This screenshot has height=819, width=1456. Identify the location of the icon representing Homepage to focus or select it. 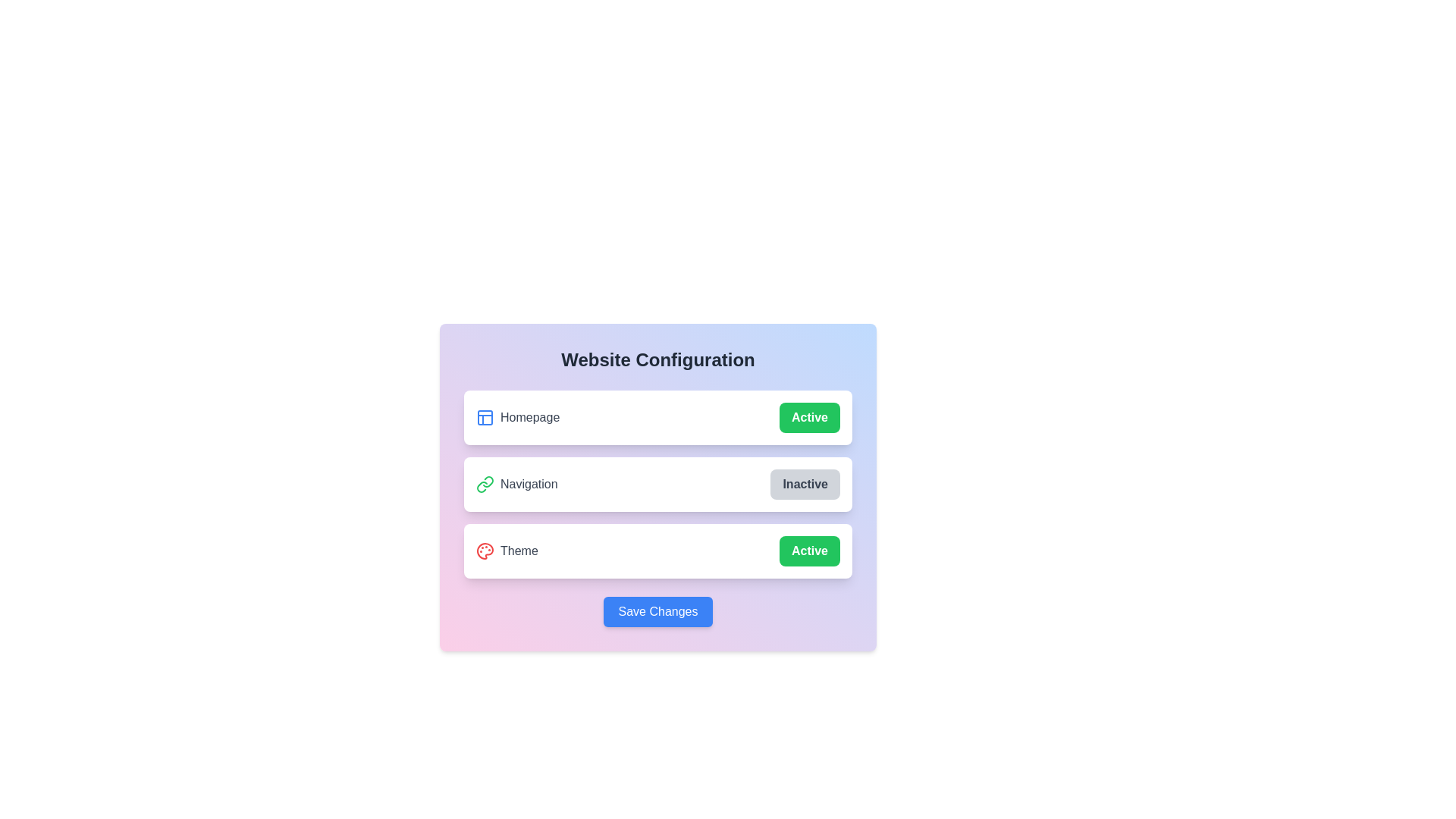
(484, 418).